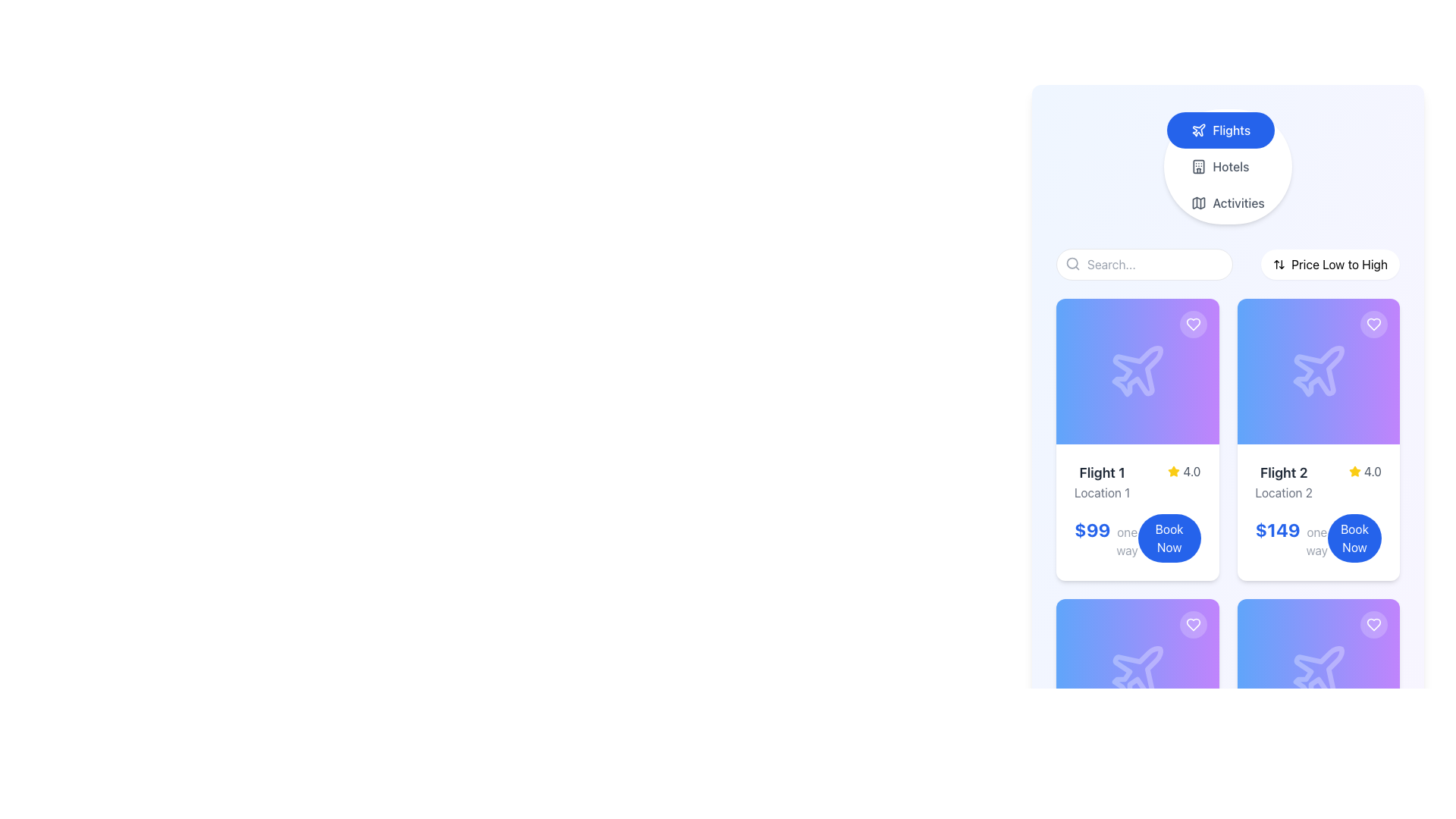 This screenshot has height=819, width=1456. I want to click on the text displaying the rating score '4.0' styled in gray, which is positioned to the right of a yellow star icon within the second flight card, so click(1373, 470).